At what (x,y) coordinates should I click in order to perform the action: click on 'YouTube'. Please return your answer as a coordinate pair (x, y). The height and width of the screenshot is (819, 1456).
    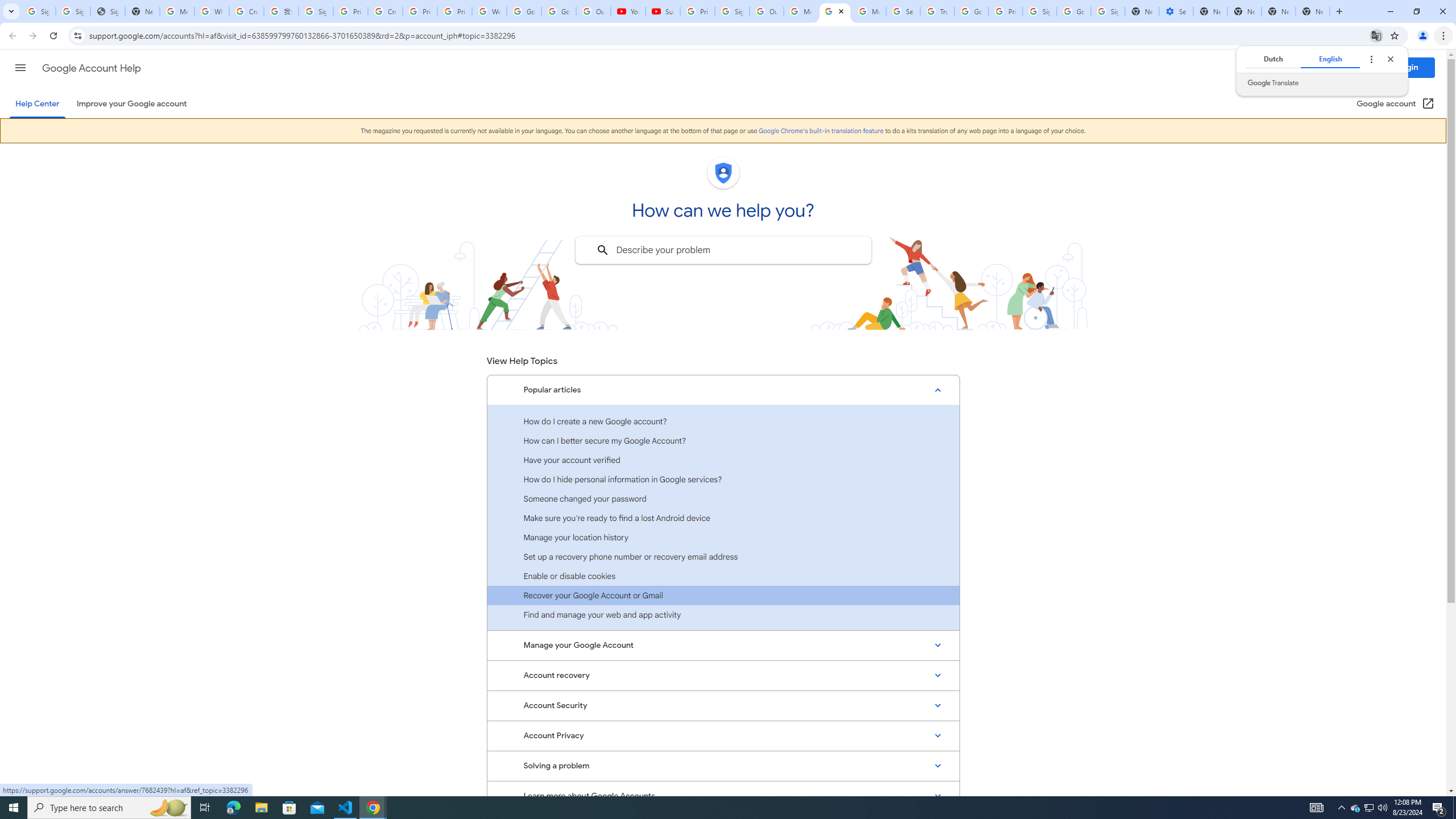
    Looking at the image, I should click on (628, 11).